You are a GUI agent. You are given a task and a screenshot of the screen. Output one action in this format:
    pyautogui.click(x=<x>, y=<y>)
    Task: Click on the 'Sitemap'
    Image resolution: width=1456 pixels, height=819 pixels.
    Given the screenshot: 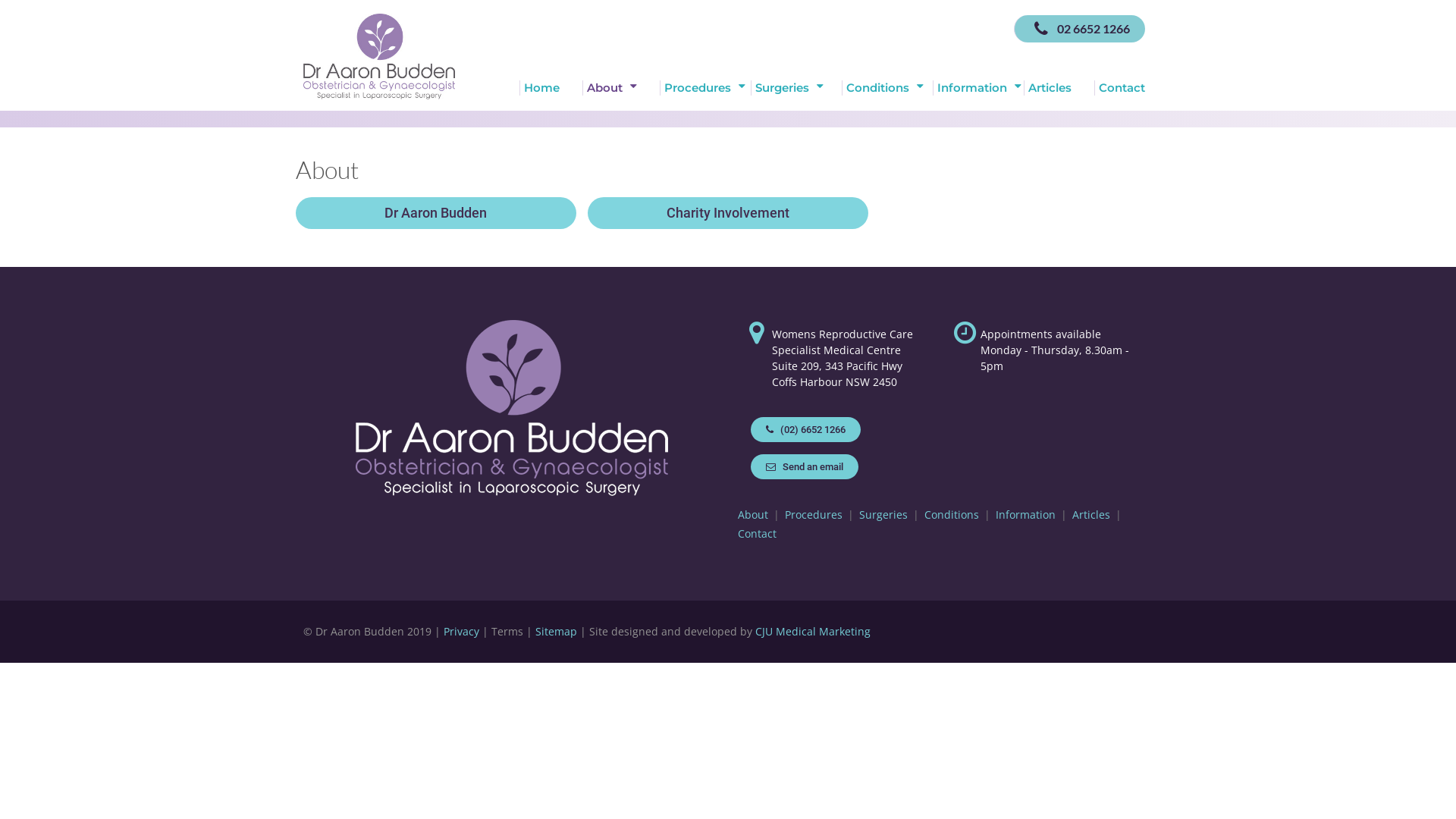 What is the action you would take?
    pyautogui.click(x=555, y=631)
    